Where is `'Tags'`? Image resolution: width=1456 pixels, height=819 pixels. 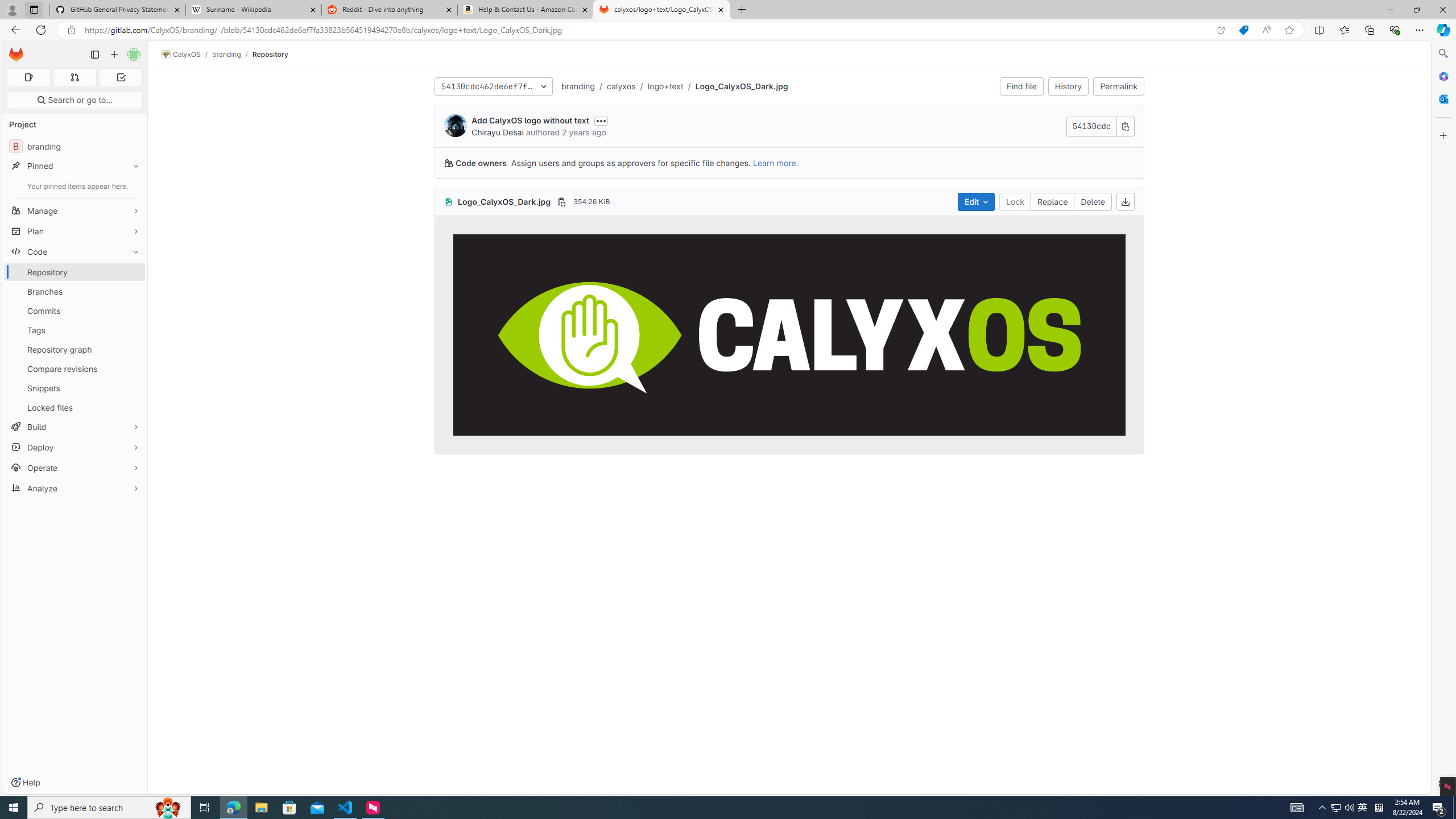 'Tags' is located at coordinates (74, 330).